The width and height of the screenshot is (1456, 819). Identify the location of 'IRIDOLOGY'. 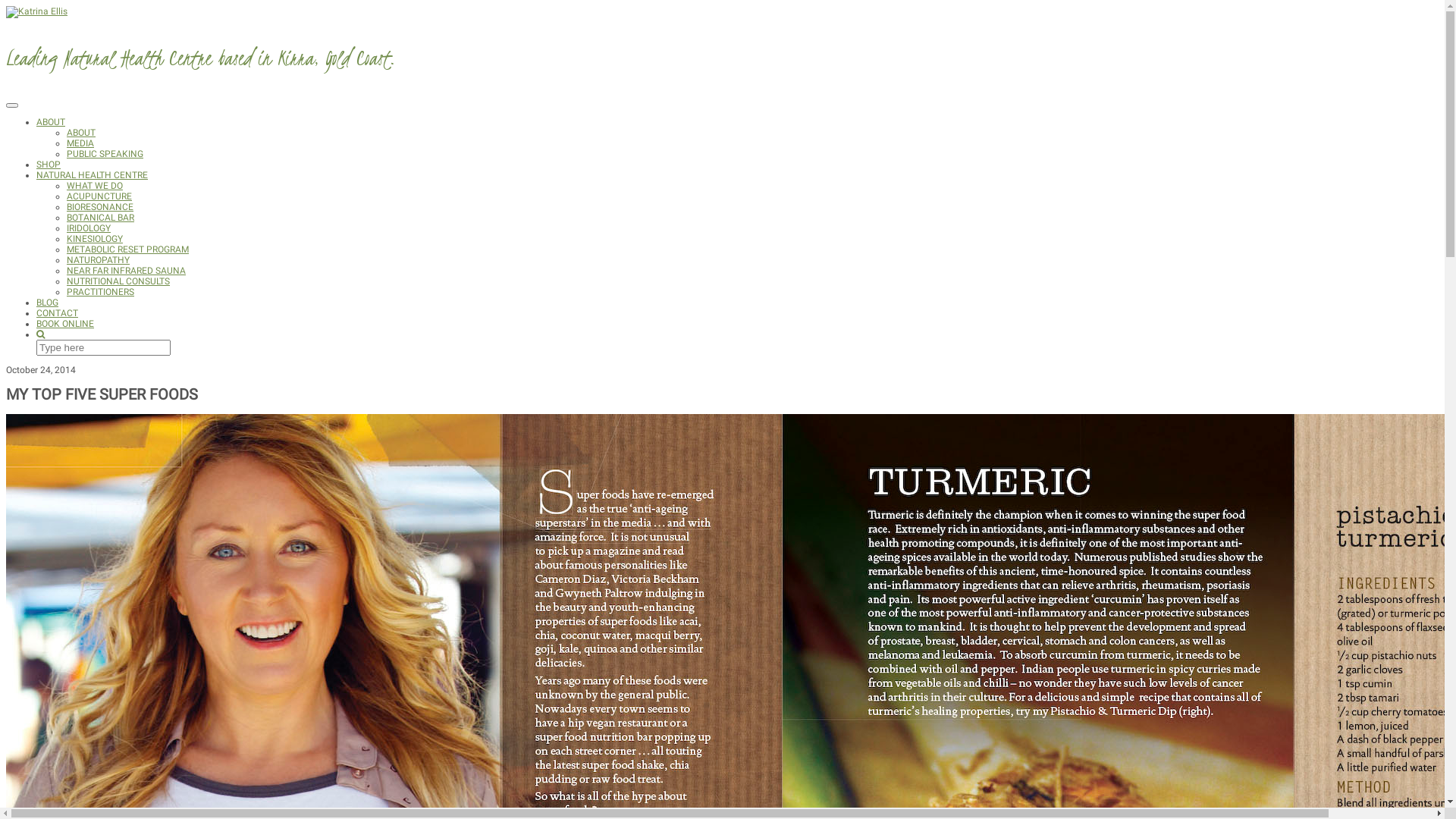
(65, 227).